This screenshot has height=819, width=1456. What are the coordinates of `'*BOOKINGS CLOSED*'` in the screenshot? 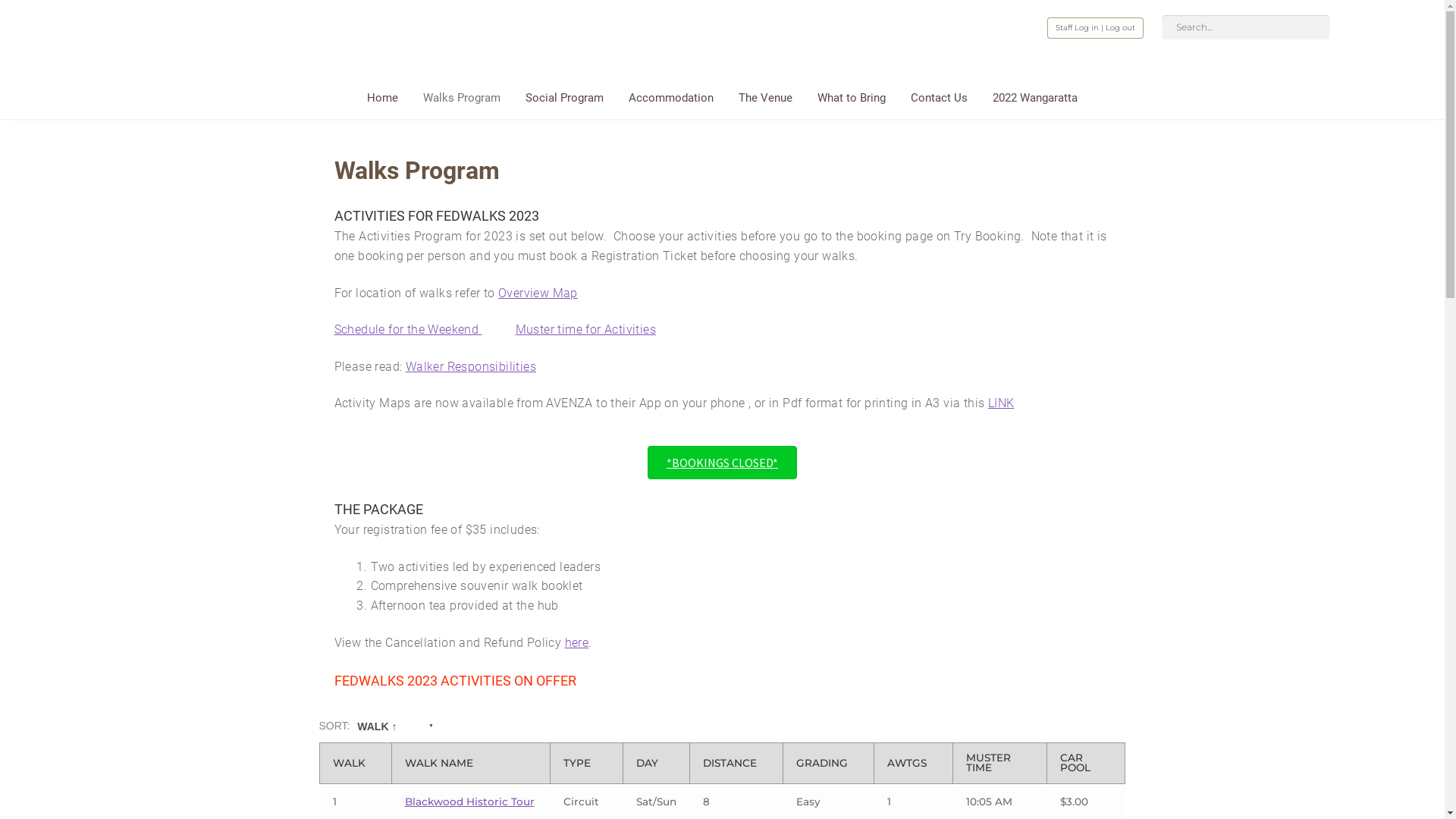 It's located at (721, 461).